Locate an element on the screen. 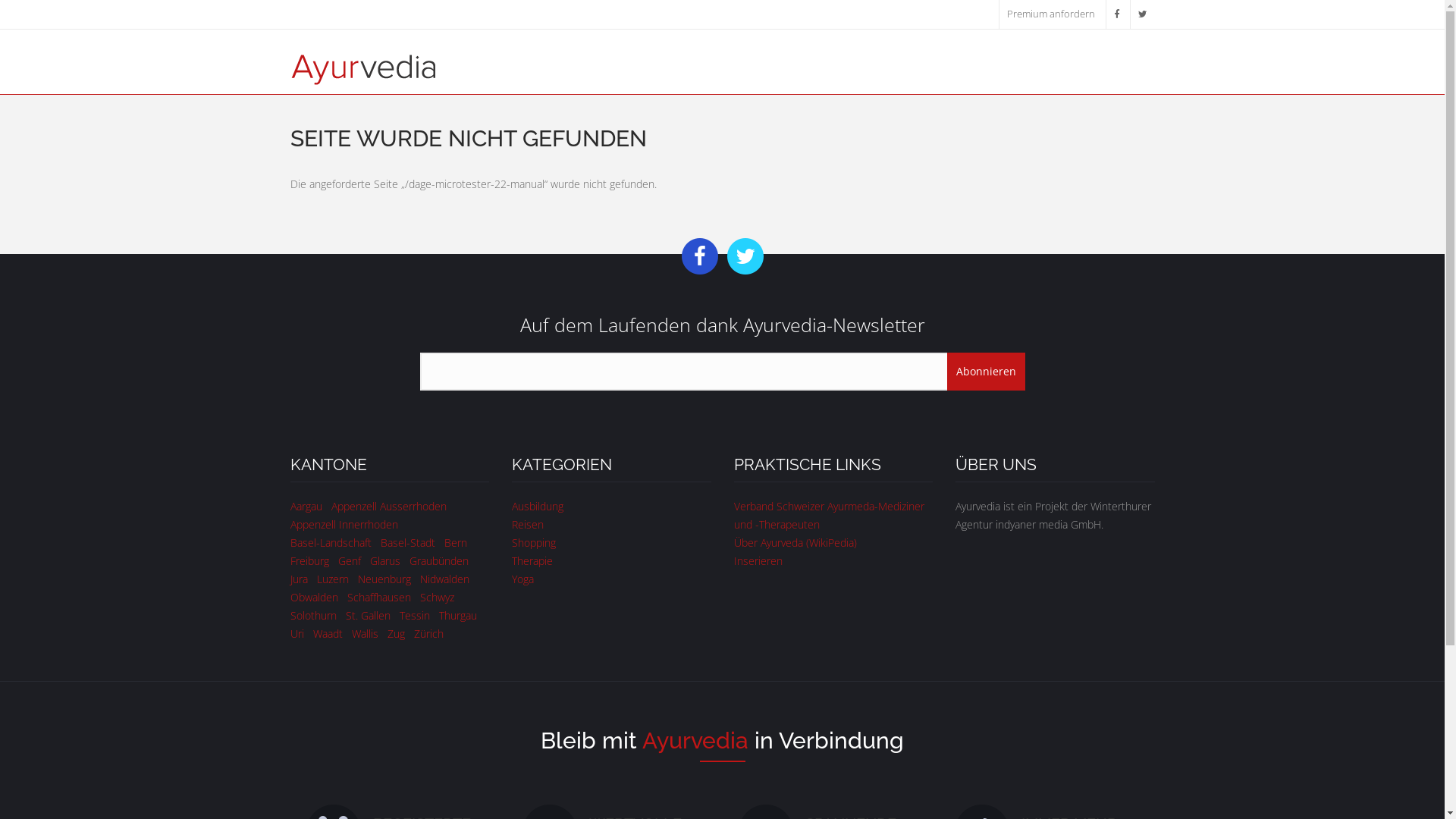 The width and height of the screenshot is (1456, 819). 'Appenzell Ausserrhoden' is located at coordinates (388, 506).